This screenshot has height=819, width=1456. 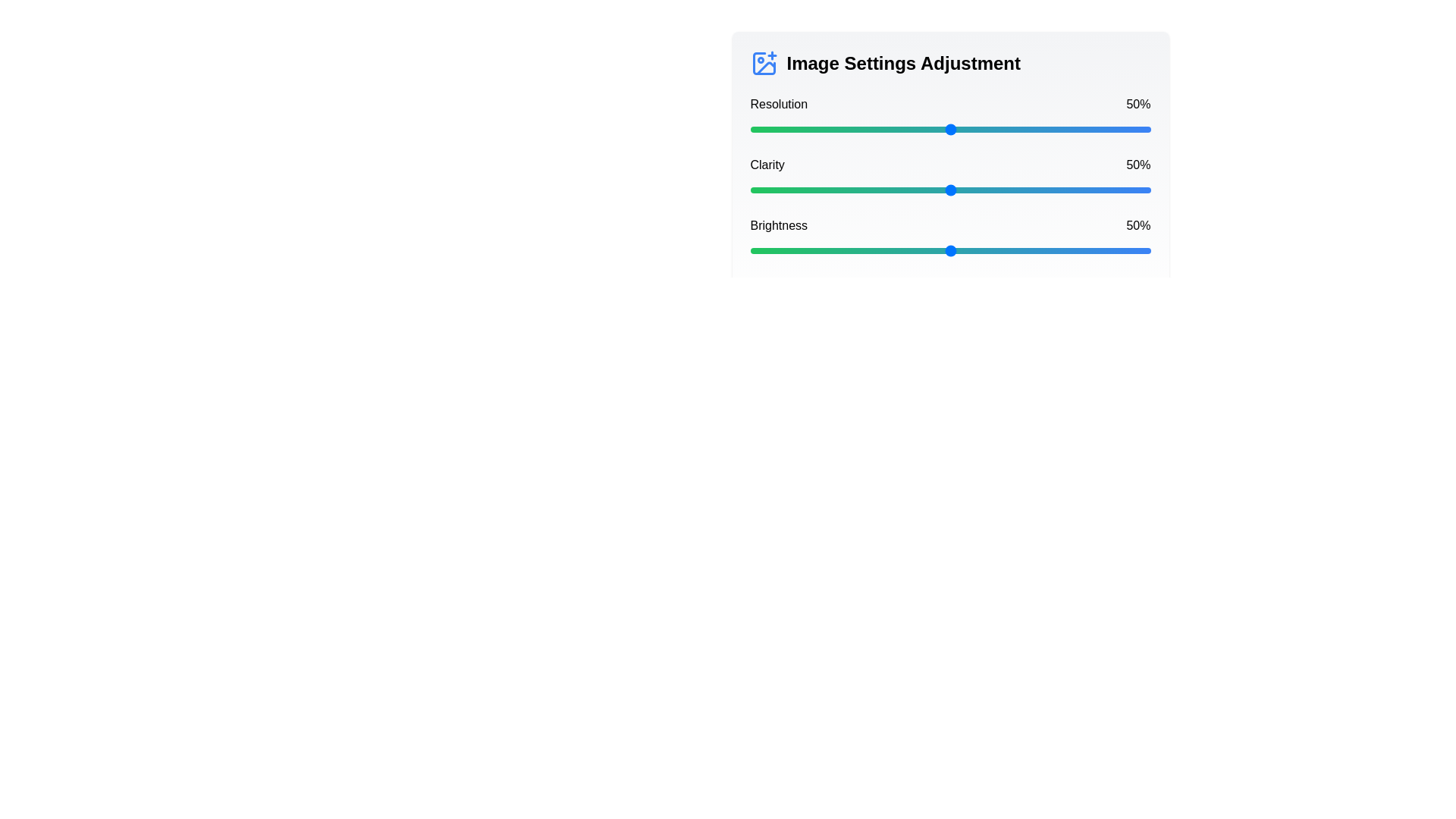 I want to click on the brightness slider to 51%, so click(x=953, y=250).